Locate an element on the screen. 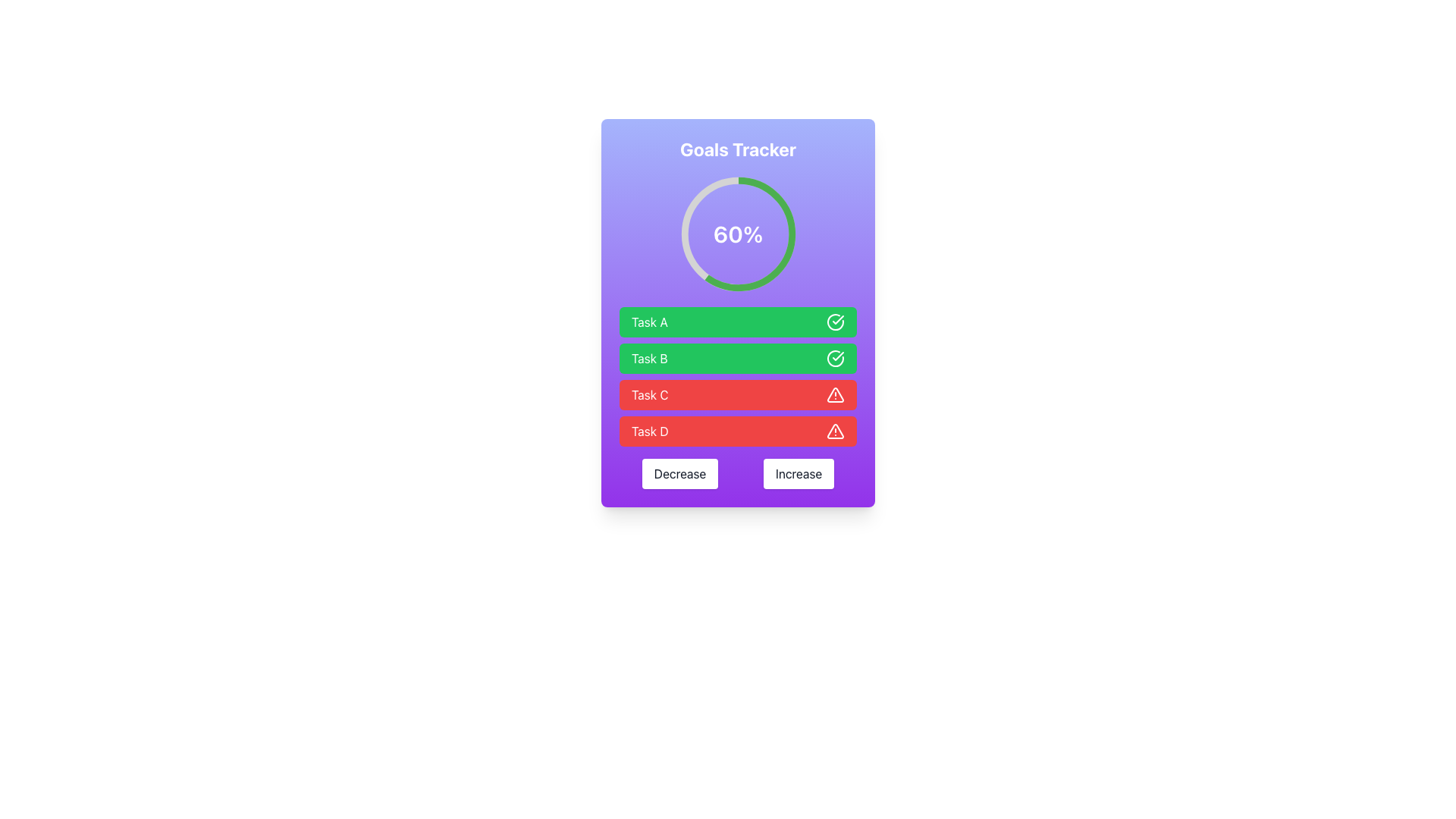 The height and width of the screenshot is (819, 1456). the Text Label displaying the current progress or status within the circular progress indicator, located at the center of the interface is located at coordinates (738, 234).